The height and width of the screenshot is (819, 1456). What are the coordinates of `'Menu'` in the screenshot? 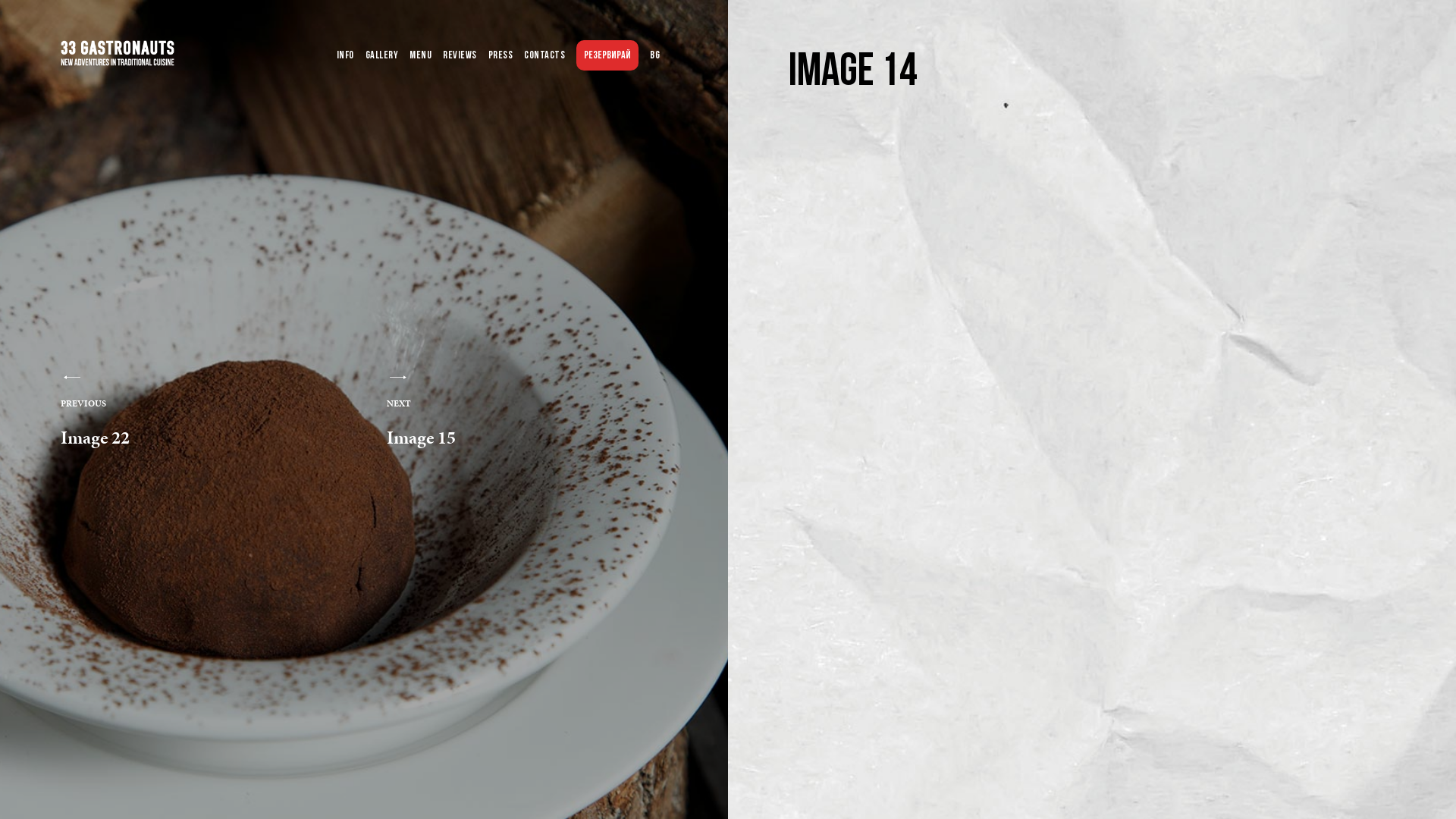 It's located at (420, 55).